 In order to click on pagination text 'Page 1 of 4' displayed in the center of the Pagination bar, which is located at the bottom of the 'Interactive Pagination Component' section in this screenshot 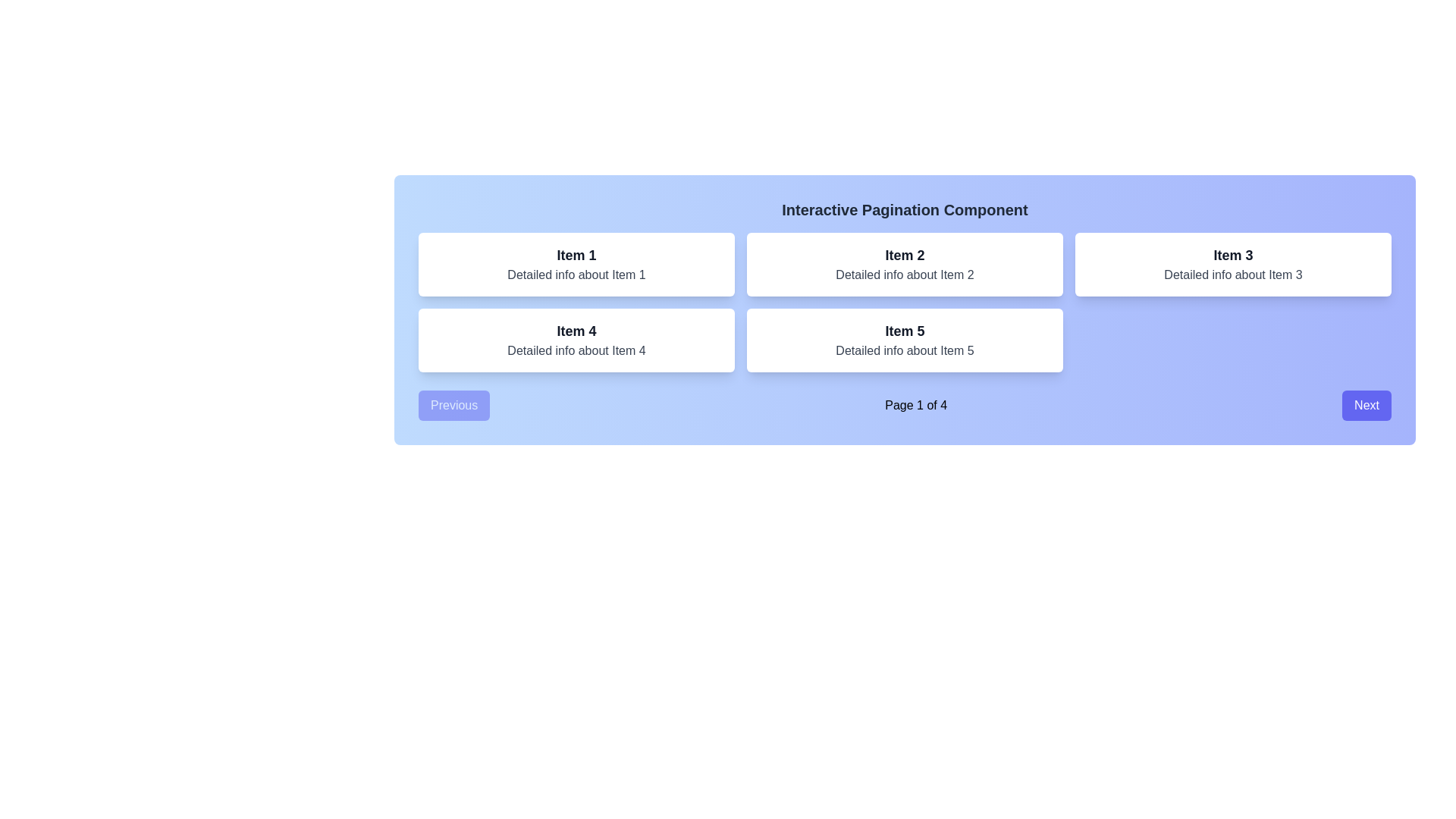, I will do `click(905, 405)`.